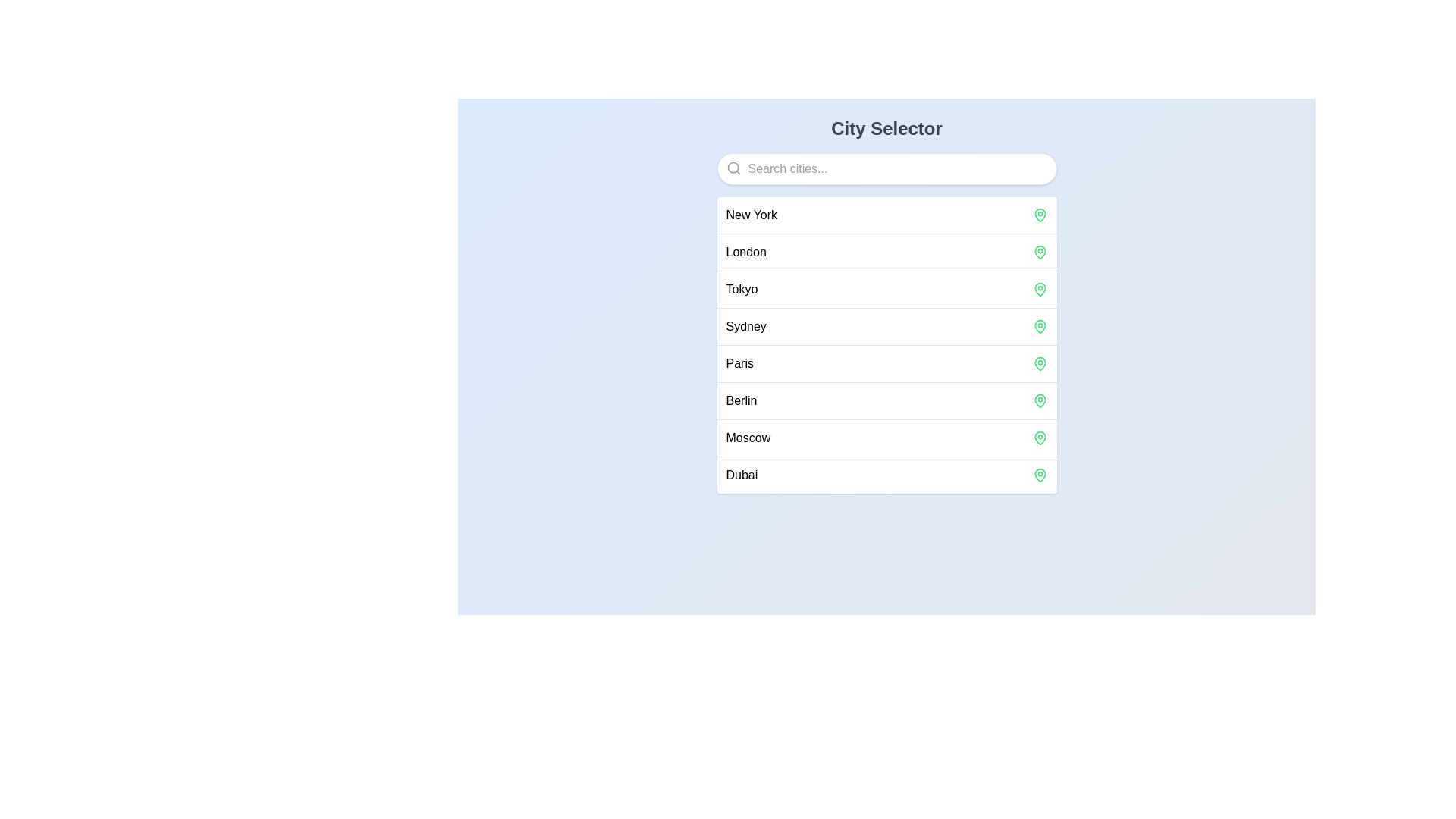 The width and height of the screenshot is (1456, 819). I want to click on the graphic element representing the map pin's outer shape beside the city 'Sydney' in the fourth row of the list, so click(1039, 326).